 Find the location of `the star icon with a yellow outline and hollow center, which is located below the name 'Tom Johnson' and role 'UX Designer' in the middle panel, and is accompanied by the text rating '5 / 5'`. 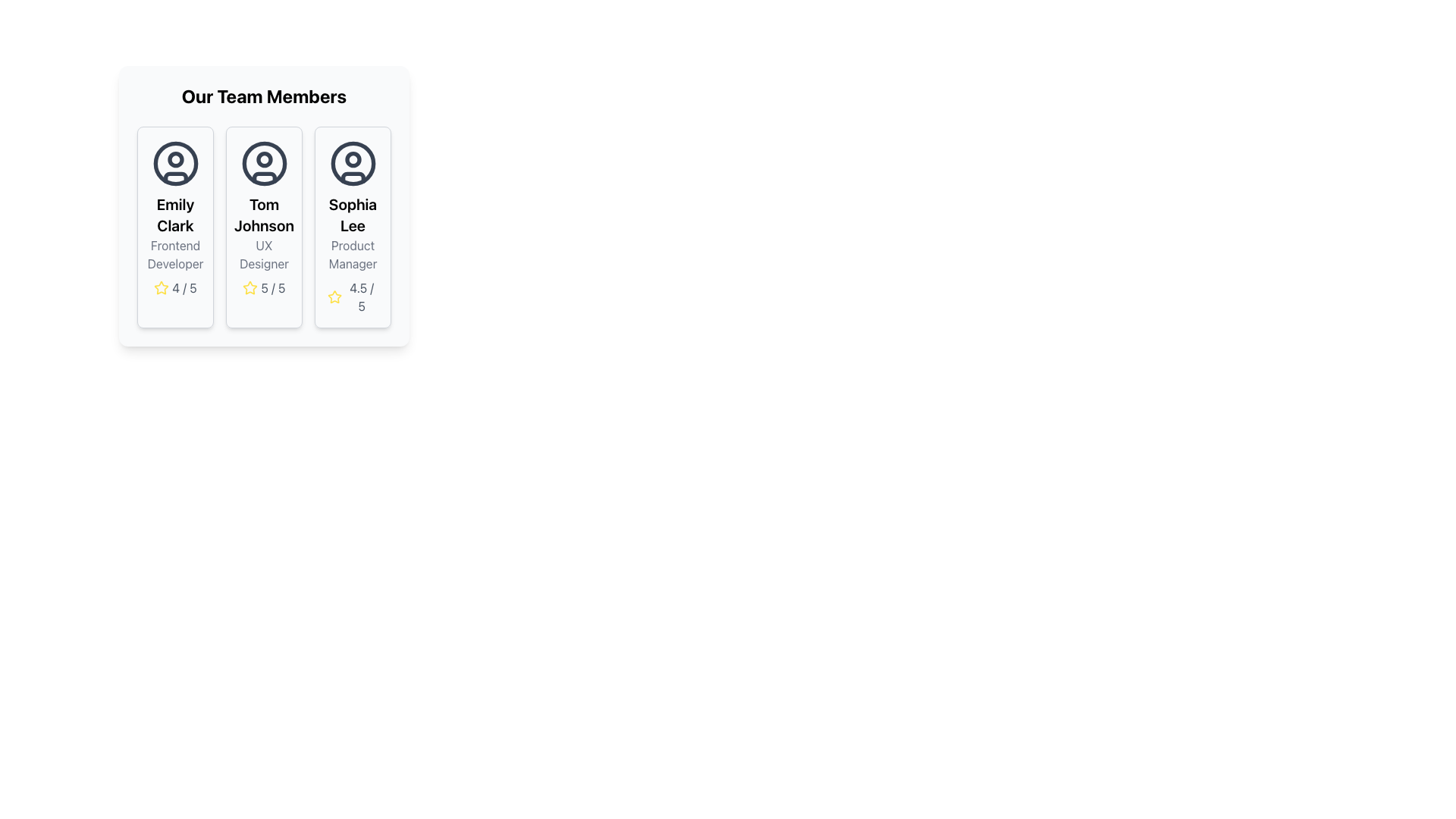

the star icon with a yellow outline and hollow center, which is located below the name 'Tom Johnson' and role 'UX Designer' in the middle panel, and is accompanied by the text rating '5 / 5' is located at coordinates (250, 288).